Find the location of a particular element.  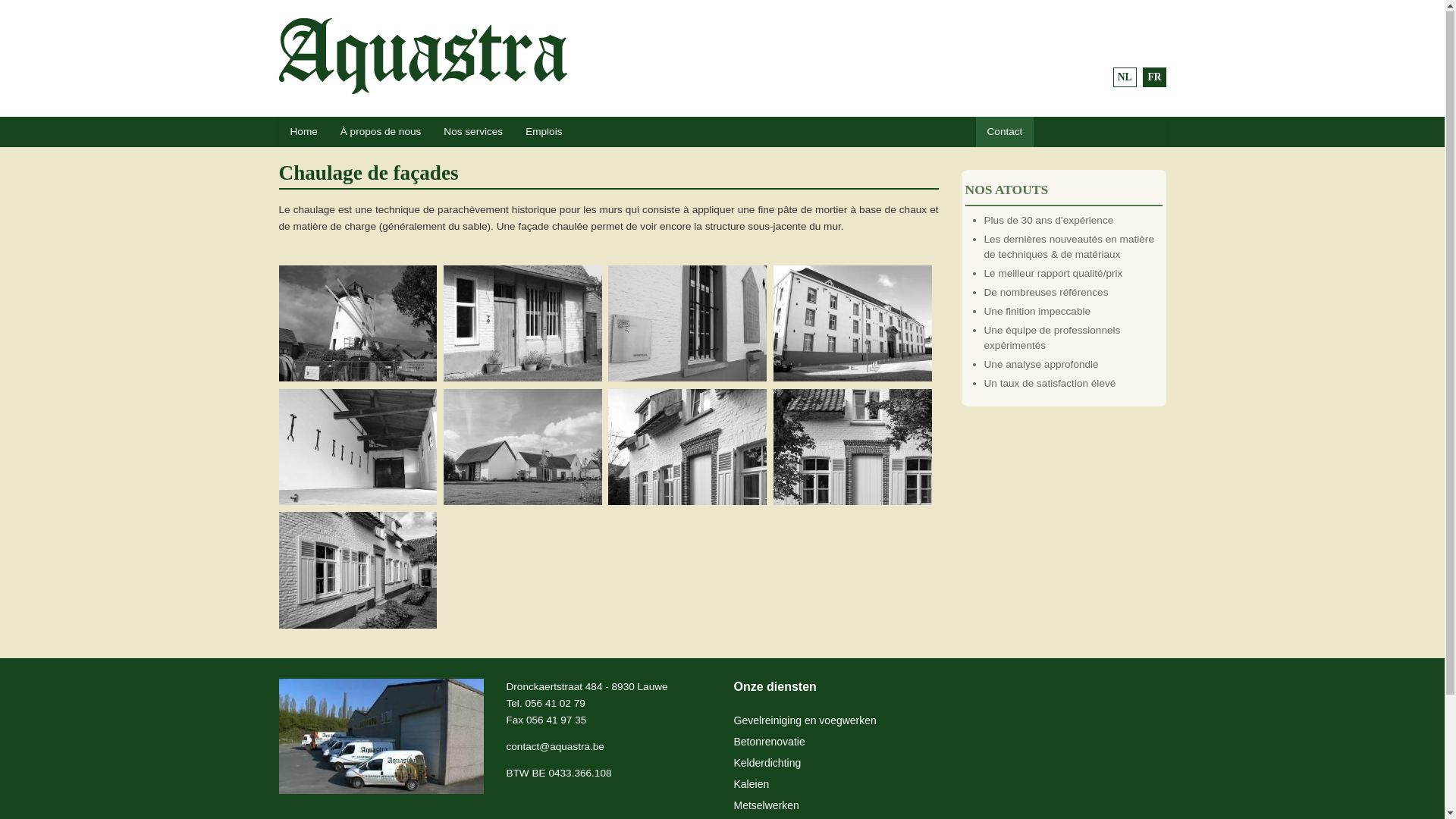

'Metselwerken' is located at coordinates (734, 805).